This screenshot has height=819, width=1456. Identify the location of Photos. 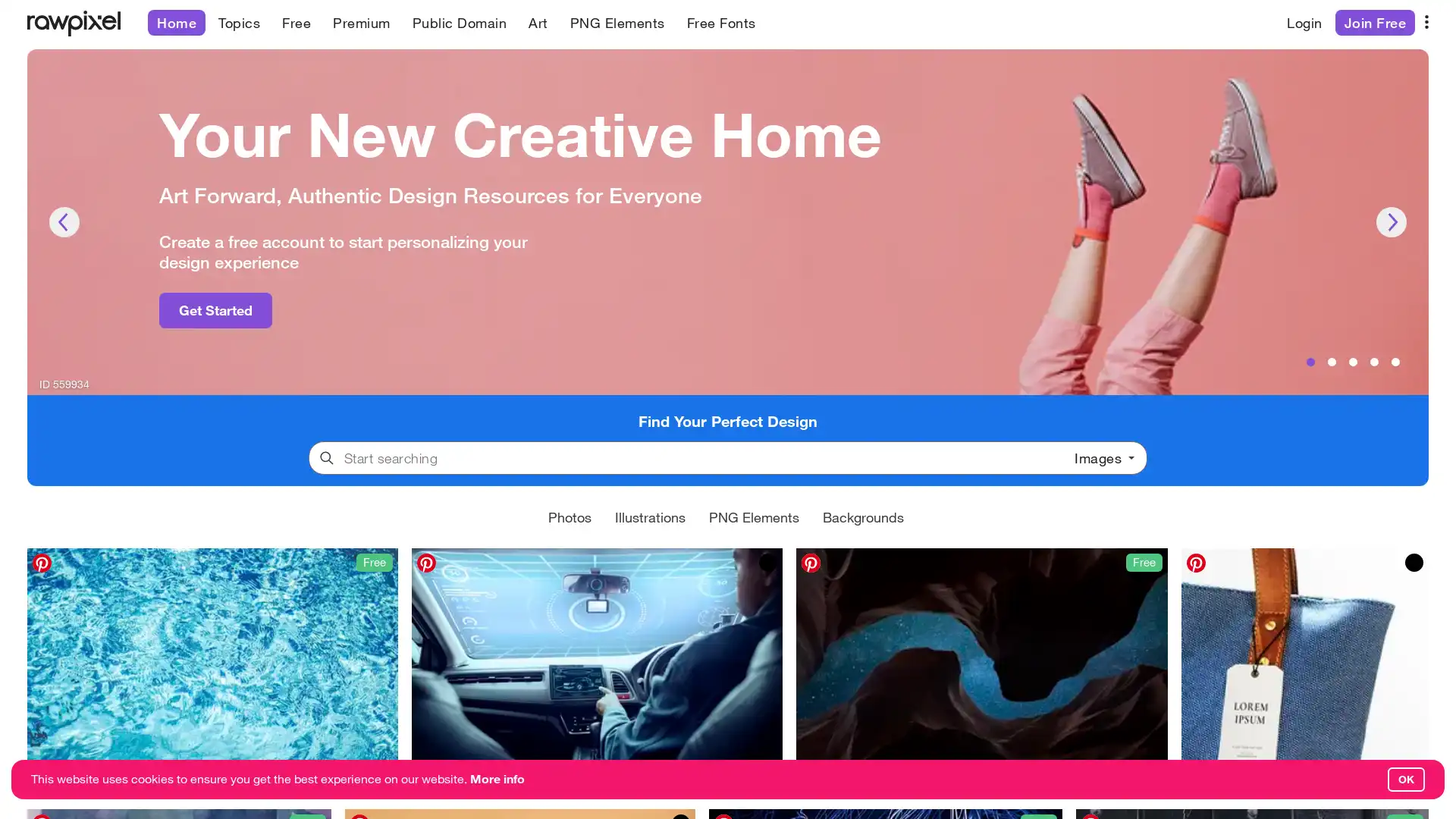
(569, 516).